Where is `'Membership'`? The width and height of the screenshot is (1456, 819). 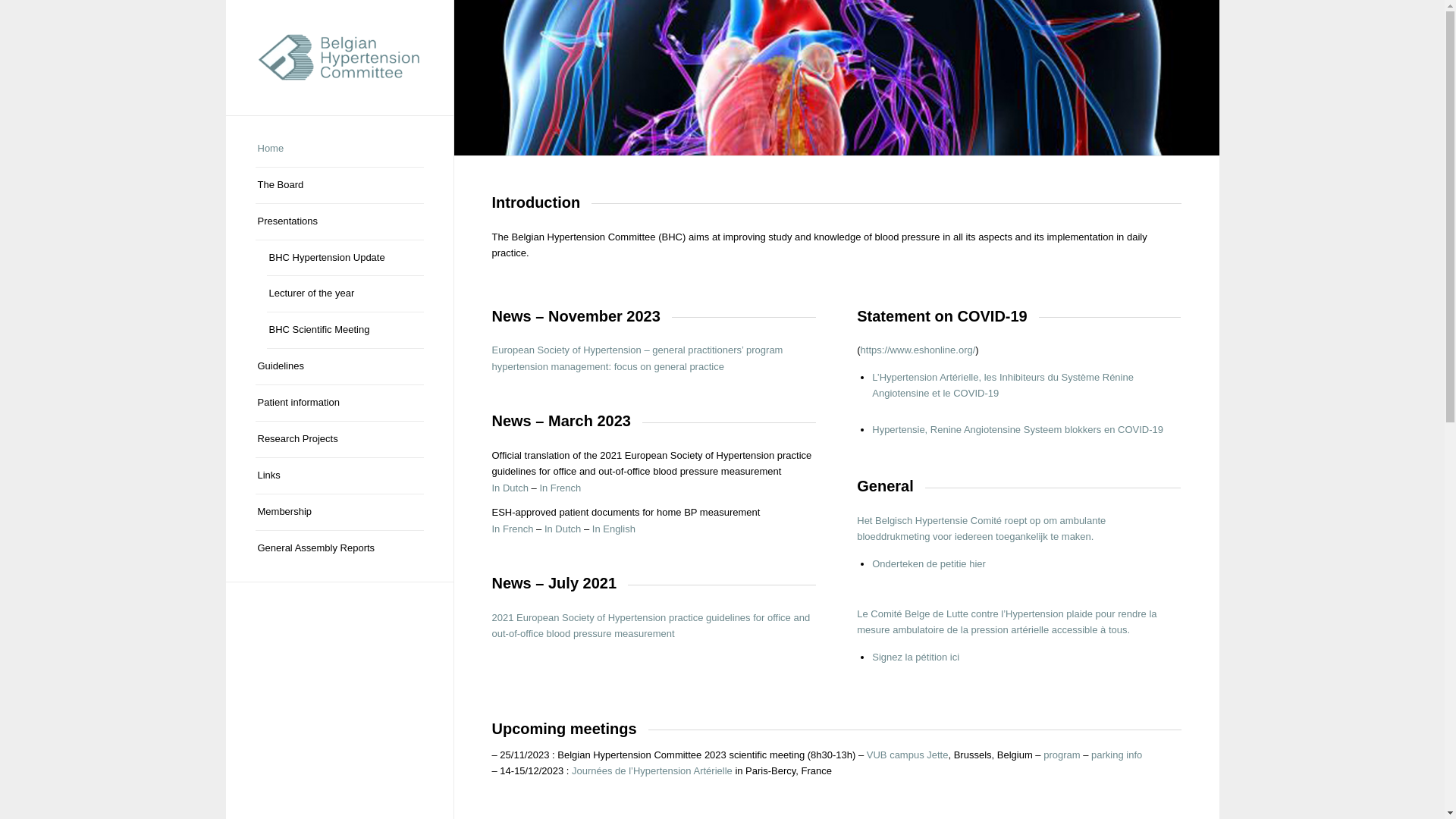
'Membership' is located at coordinates (337, 512).